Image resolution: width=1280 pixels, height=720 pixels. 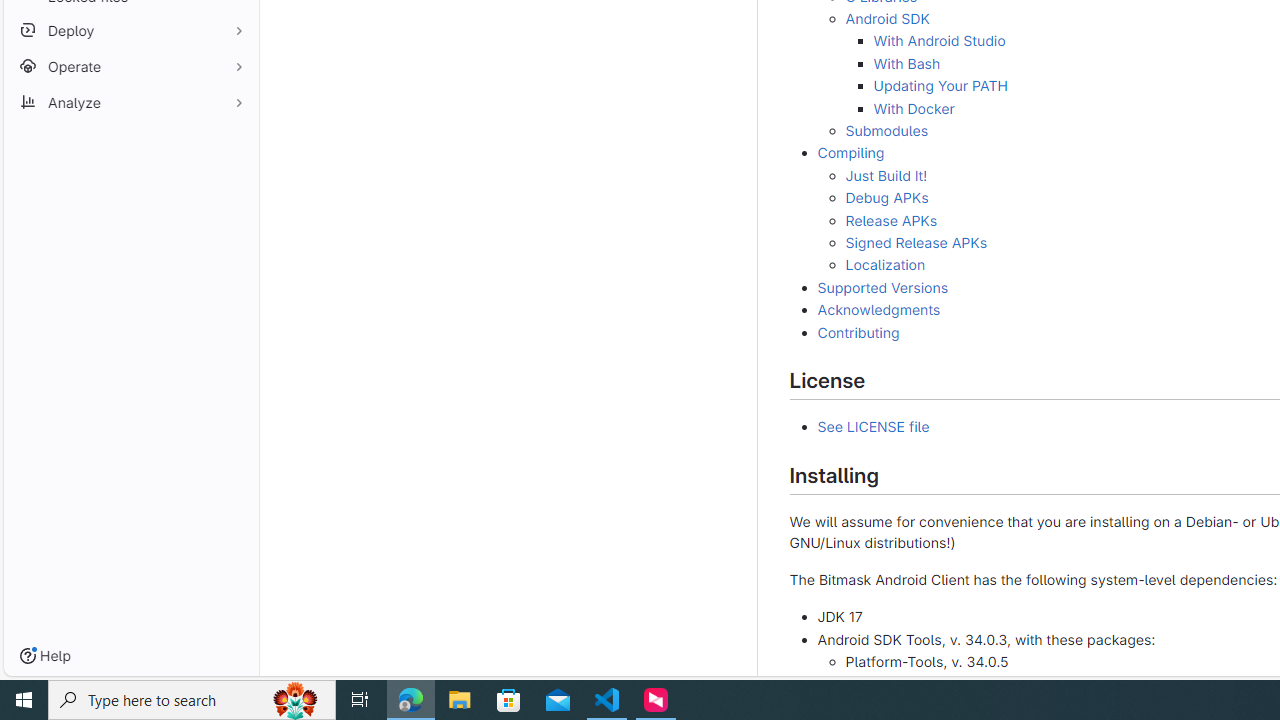 What do you see at coordinates (886, 198) in the screenshot?
I see `'Debug APKs'` at bounding box center [886, 198].